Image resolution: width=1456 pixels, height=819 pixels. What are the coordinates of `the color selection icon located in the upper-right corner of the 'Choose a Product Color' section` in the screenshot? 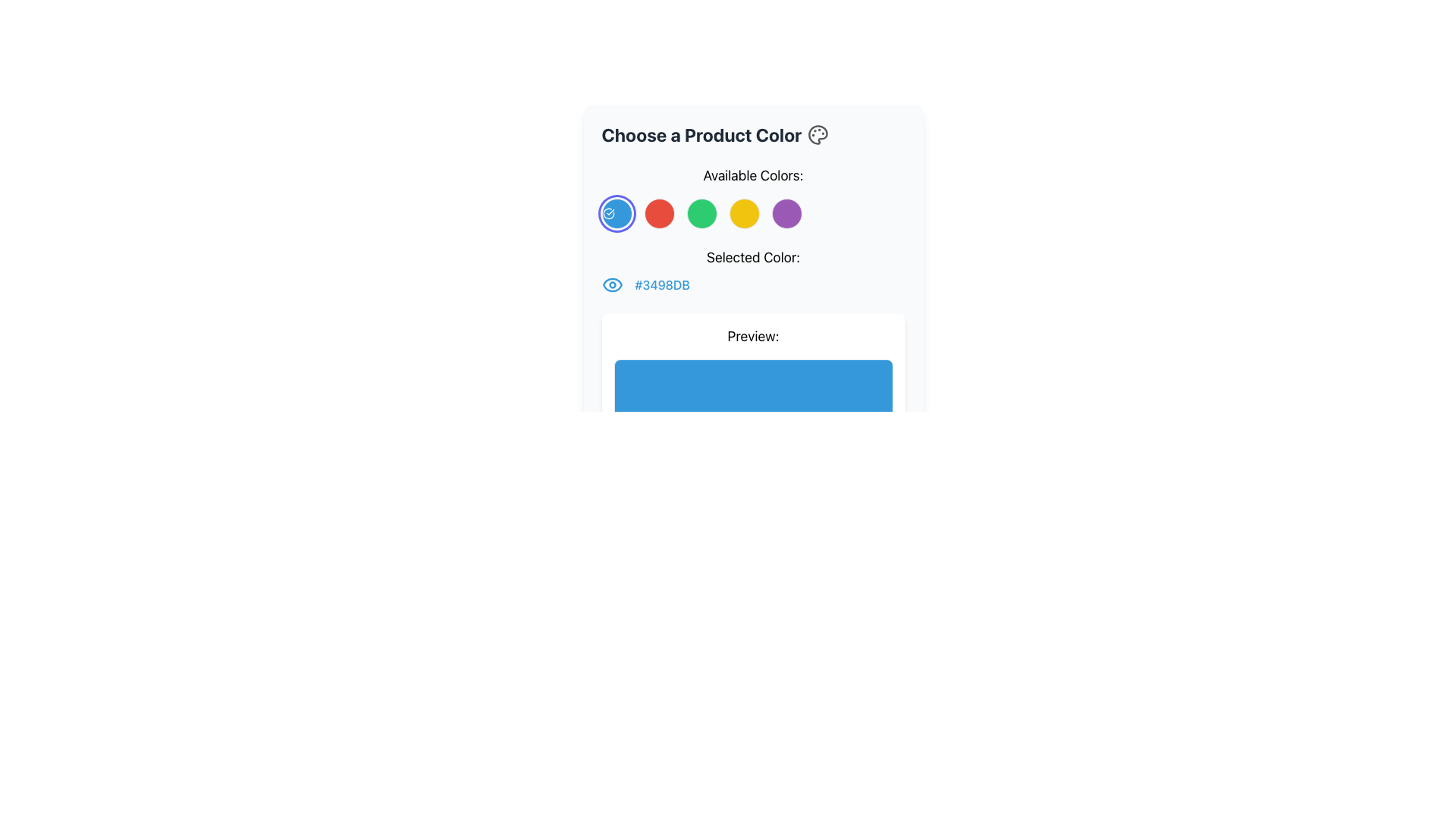 It's located at (817, 133).